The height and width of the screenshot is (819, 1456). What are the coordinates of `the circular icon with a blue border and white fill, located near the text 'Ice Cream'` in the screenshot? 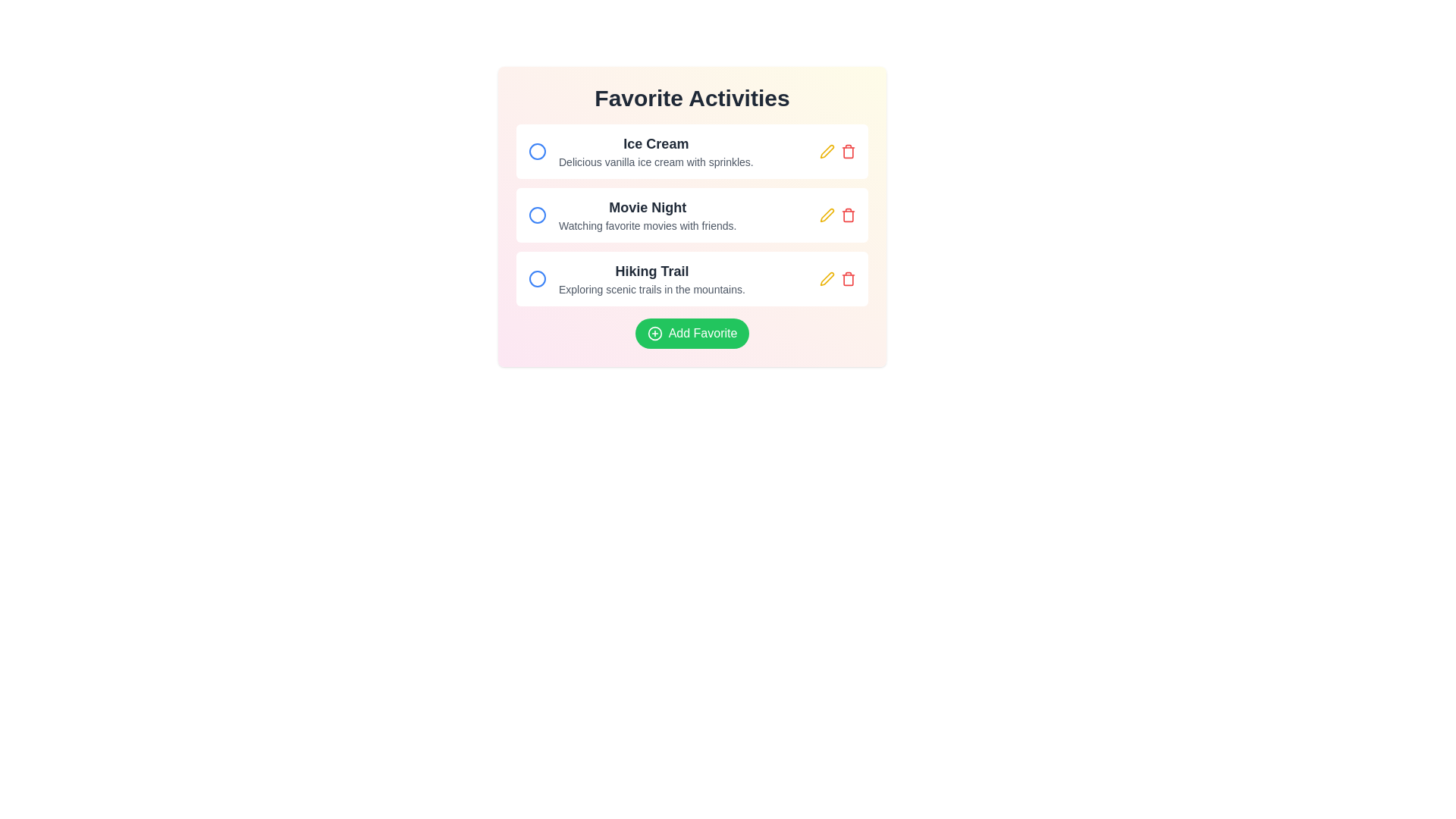 It's located at (538, 152).